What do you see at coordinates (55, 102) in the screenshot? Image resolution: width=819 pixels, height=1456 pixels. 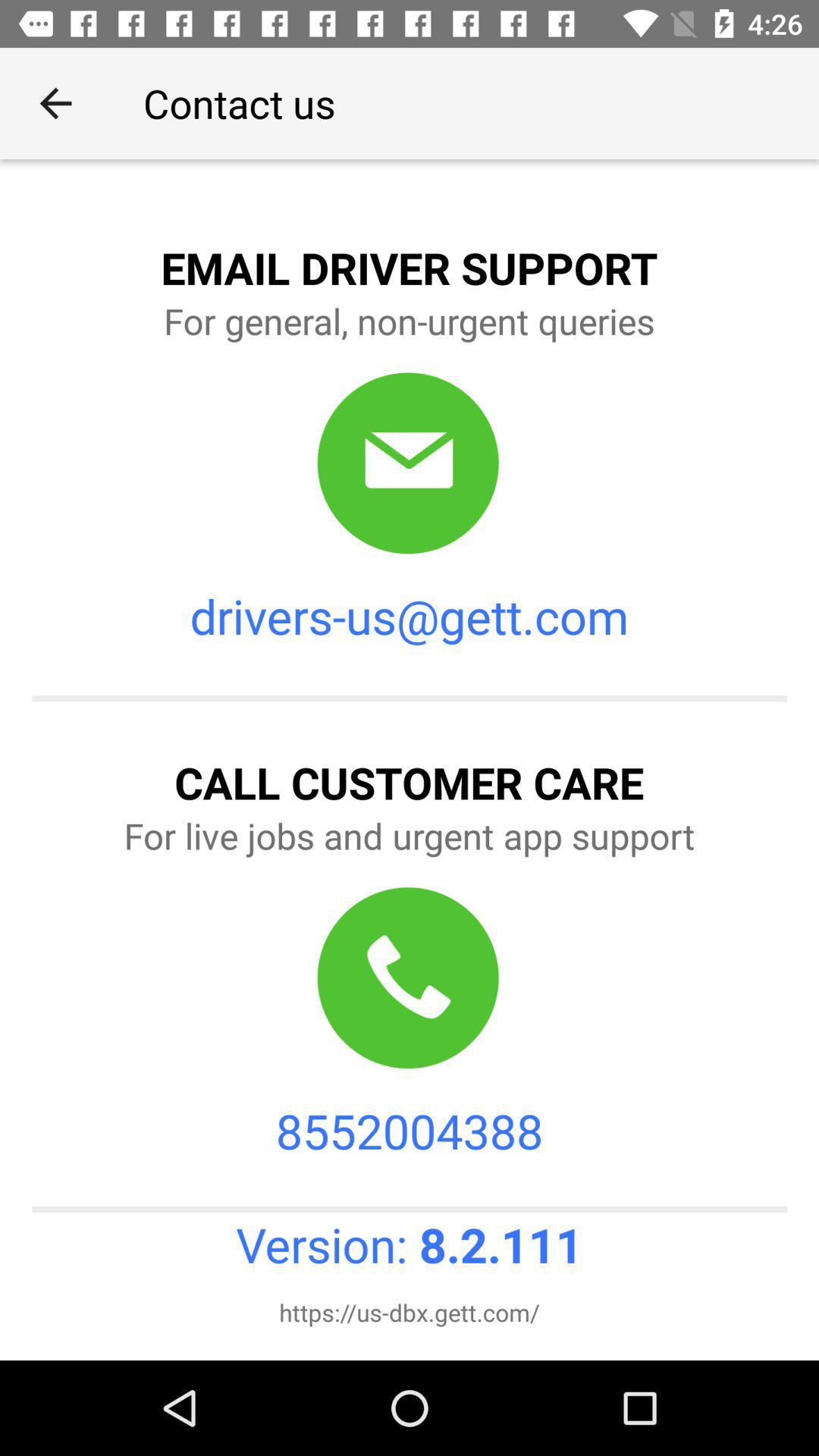 I see `the icon next to the contact us item` at bounding box center [55, 102].